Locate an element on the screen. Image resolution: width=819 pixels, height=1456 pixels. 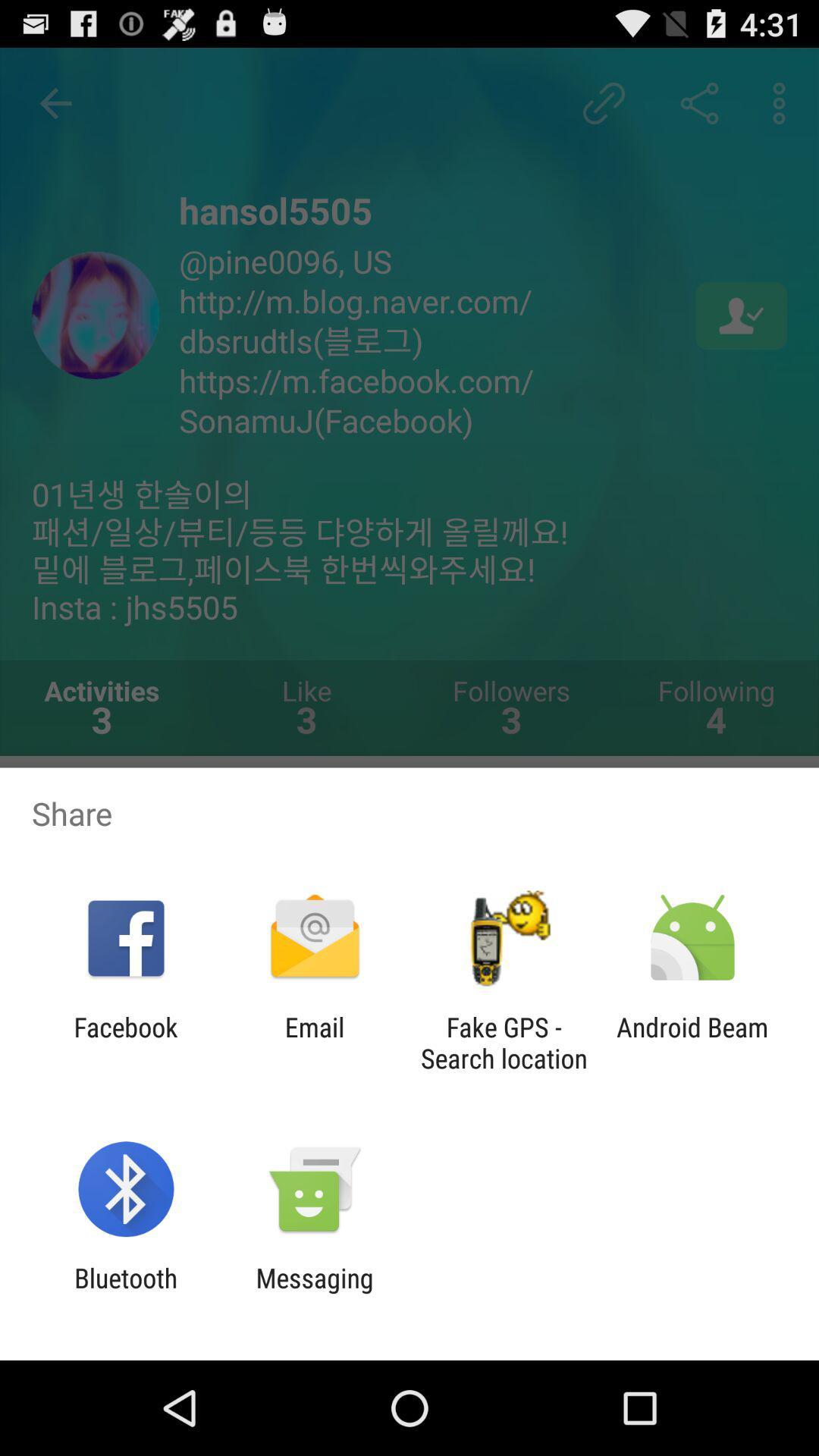
icon next to android beam icon is located at coordinates (504, 1042).